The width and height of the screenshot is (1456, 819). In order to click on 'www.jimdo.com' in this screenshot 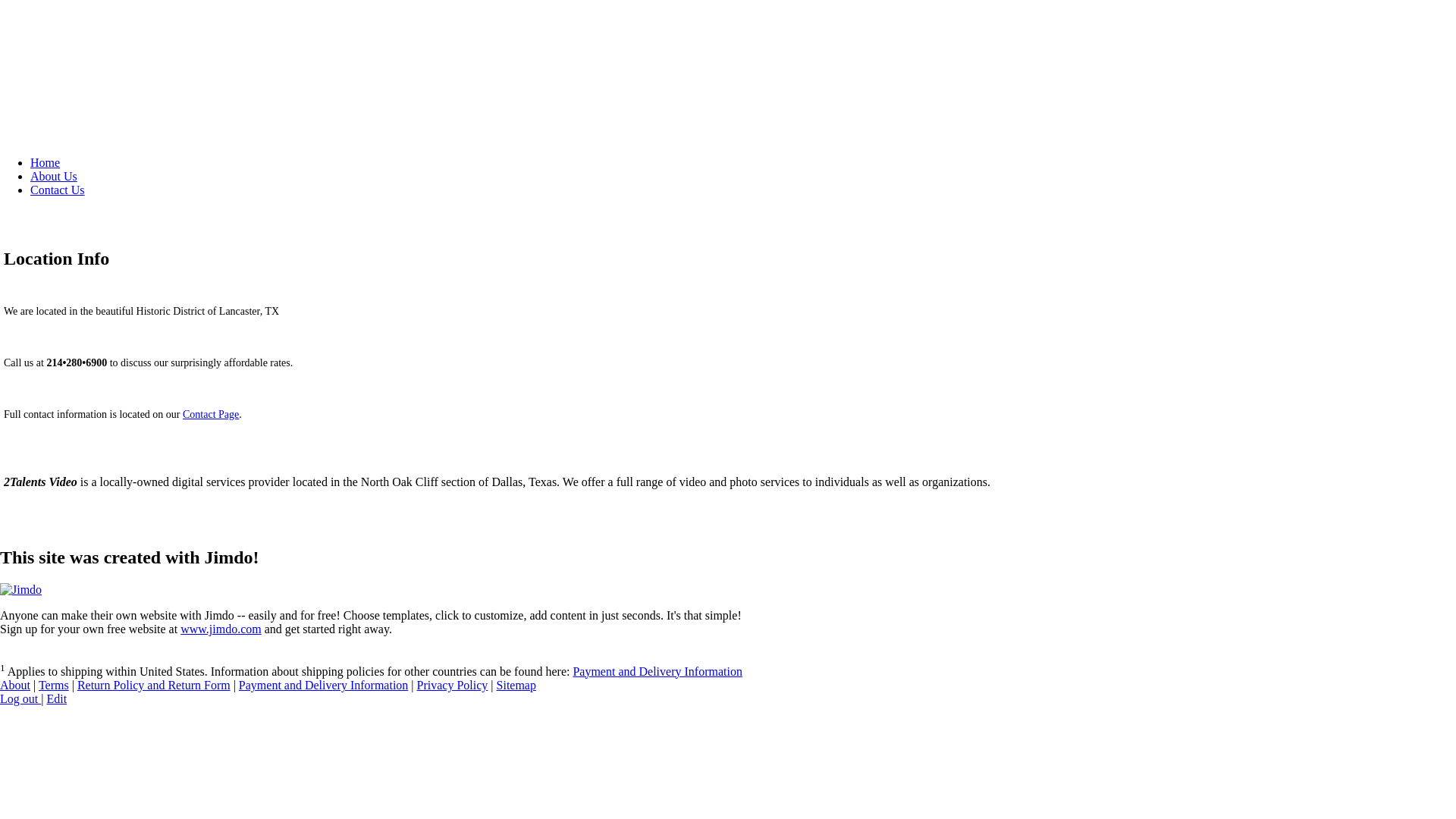, I will do `click(220, 629)`.